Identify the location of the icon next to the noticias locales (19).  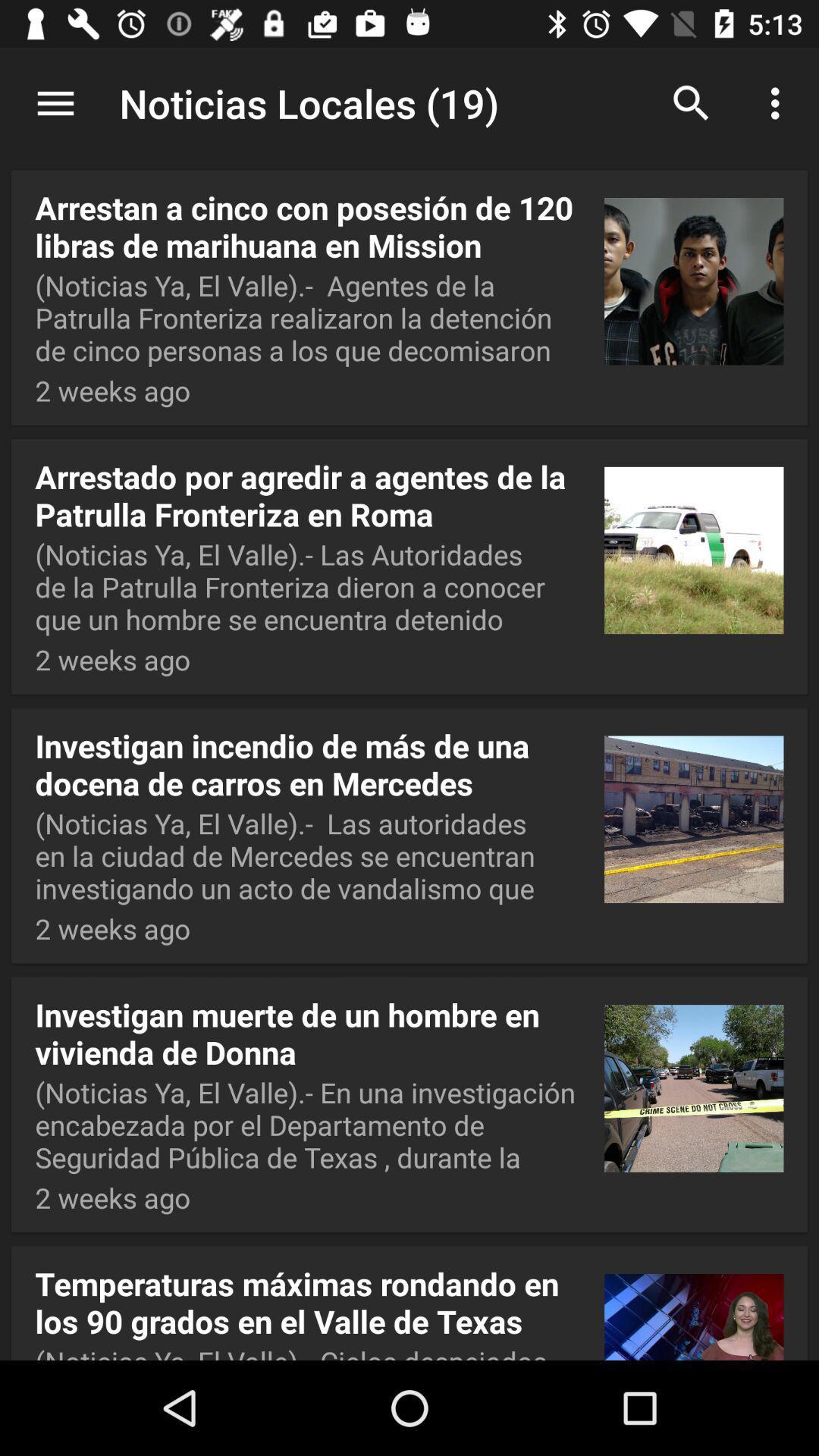
(55, 102).